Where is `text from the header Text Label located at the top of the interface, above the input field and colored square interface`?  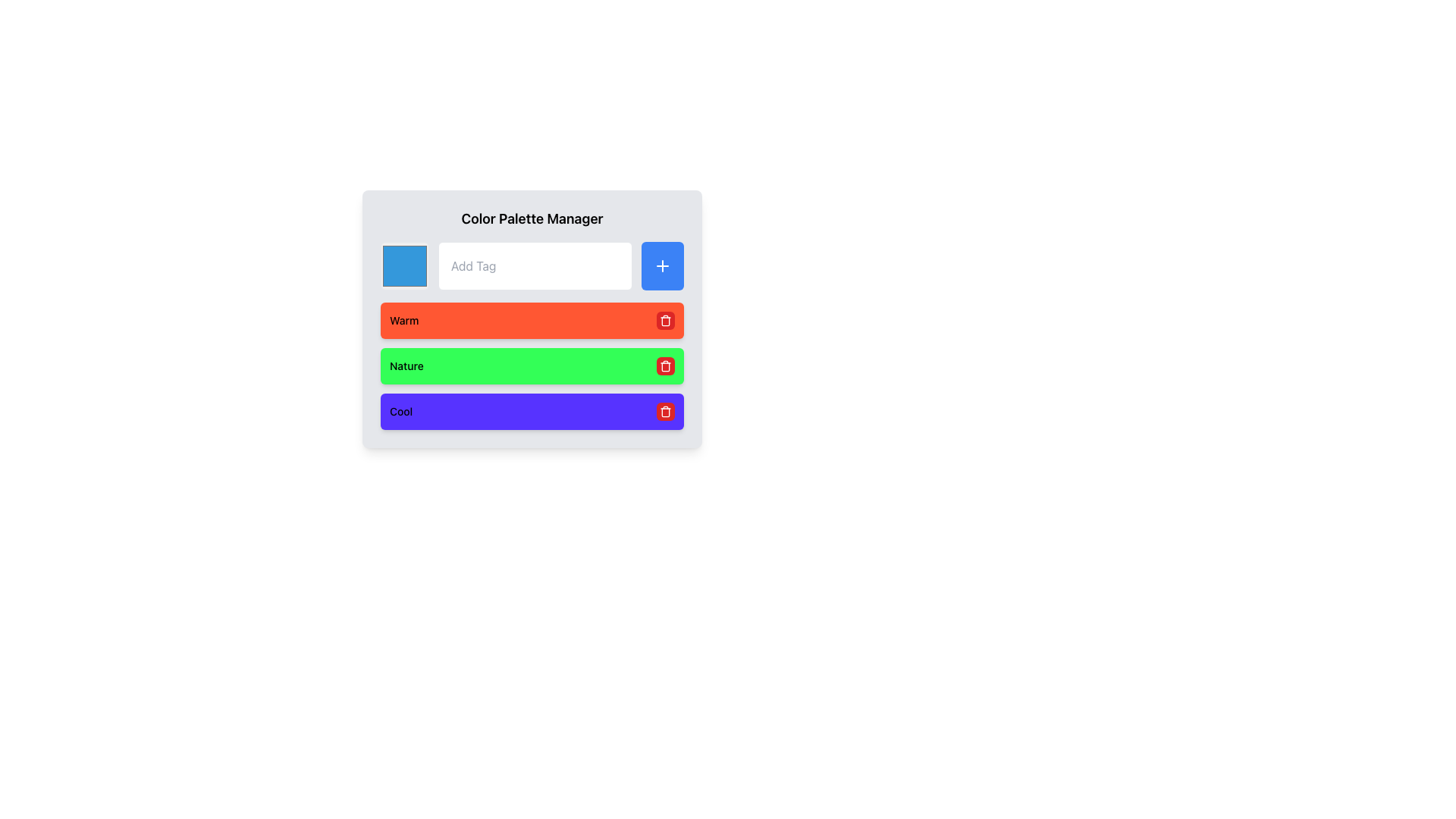 text from the header Text Label located at the top of the interface, above the input field and colored square interface is located at coordinates (532, 219).